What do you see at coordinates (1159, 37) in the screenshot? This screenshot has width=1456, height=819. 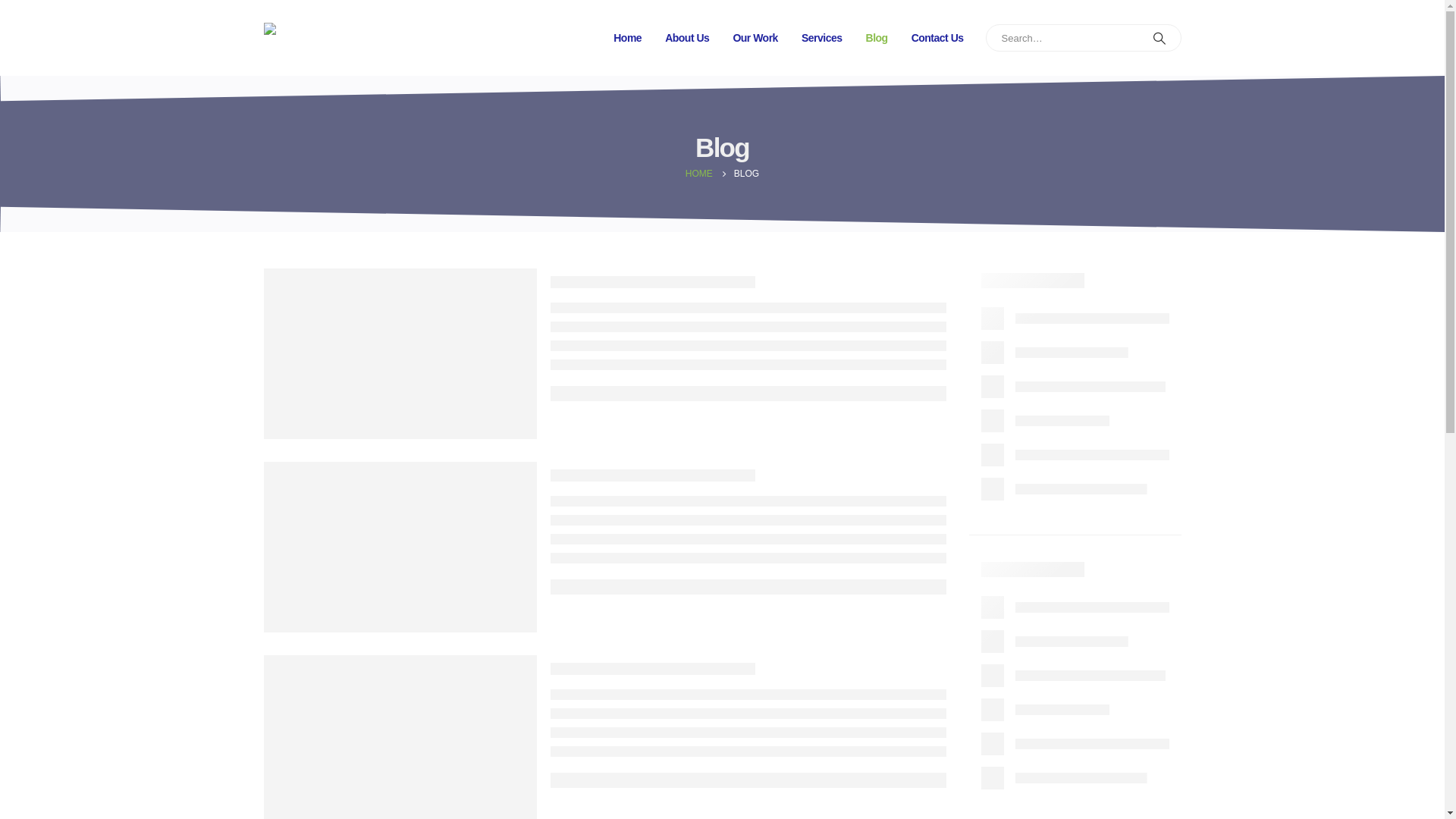 I see `'Search'` at bounding box center [1159, 37].